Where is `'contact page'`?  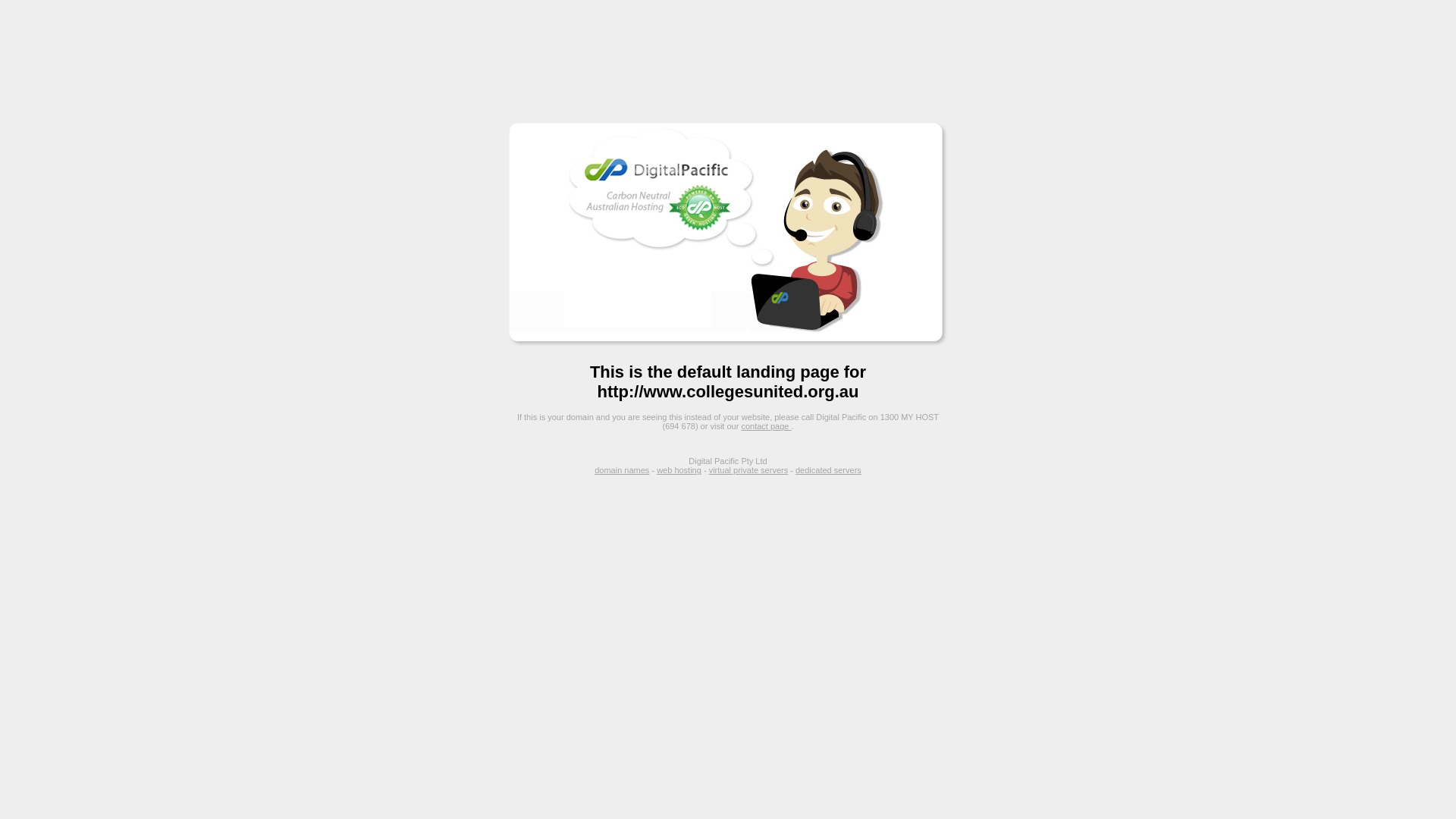
'contact page' is located at coordinates (765, 426).